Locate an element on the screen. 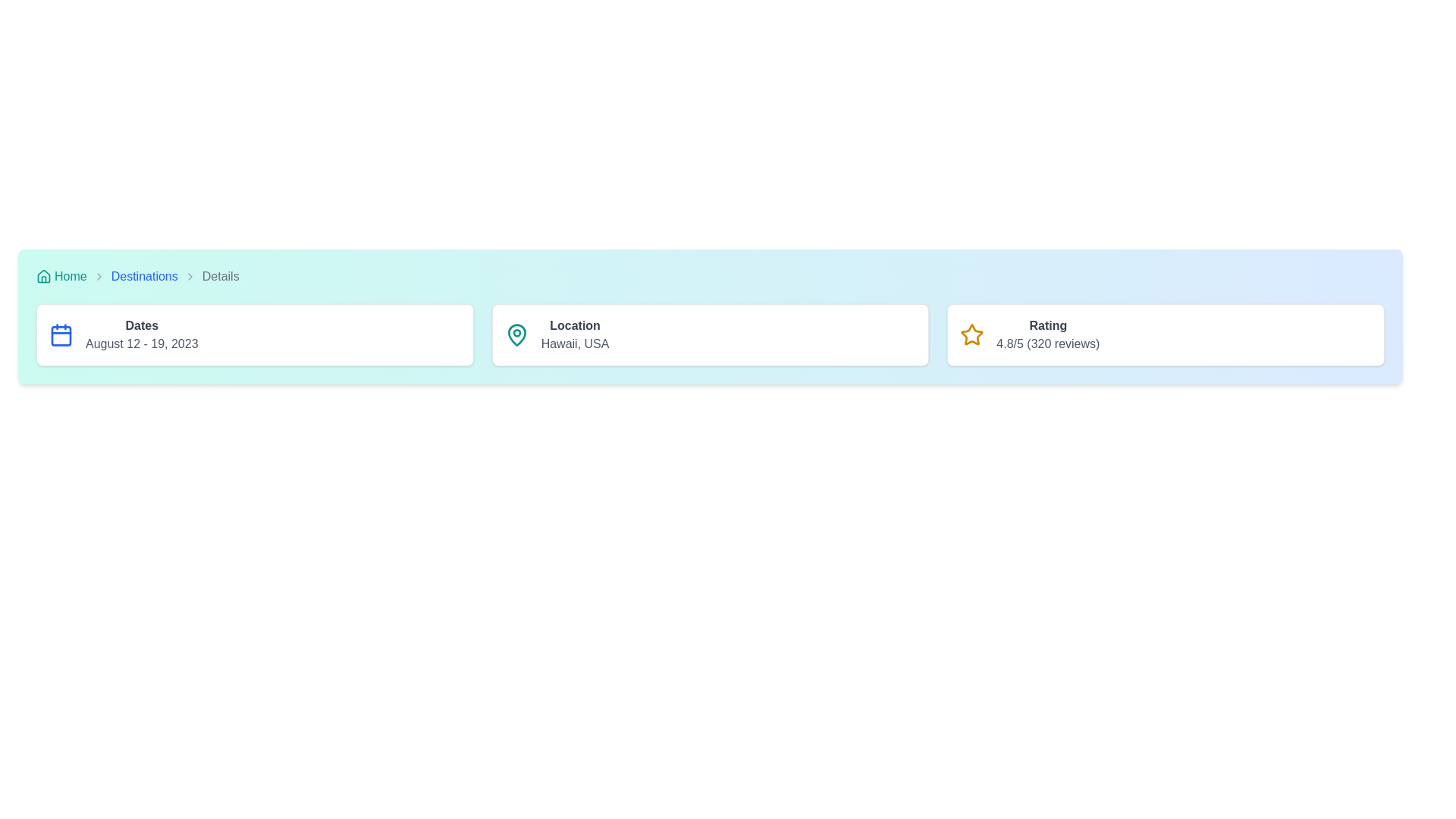  the 'Home' breadcrumb navigation link, which features a house icon and teal text, located at the top-left corner of the interface is located at coordinates (61, 277).